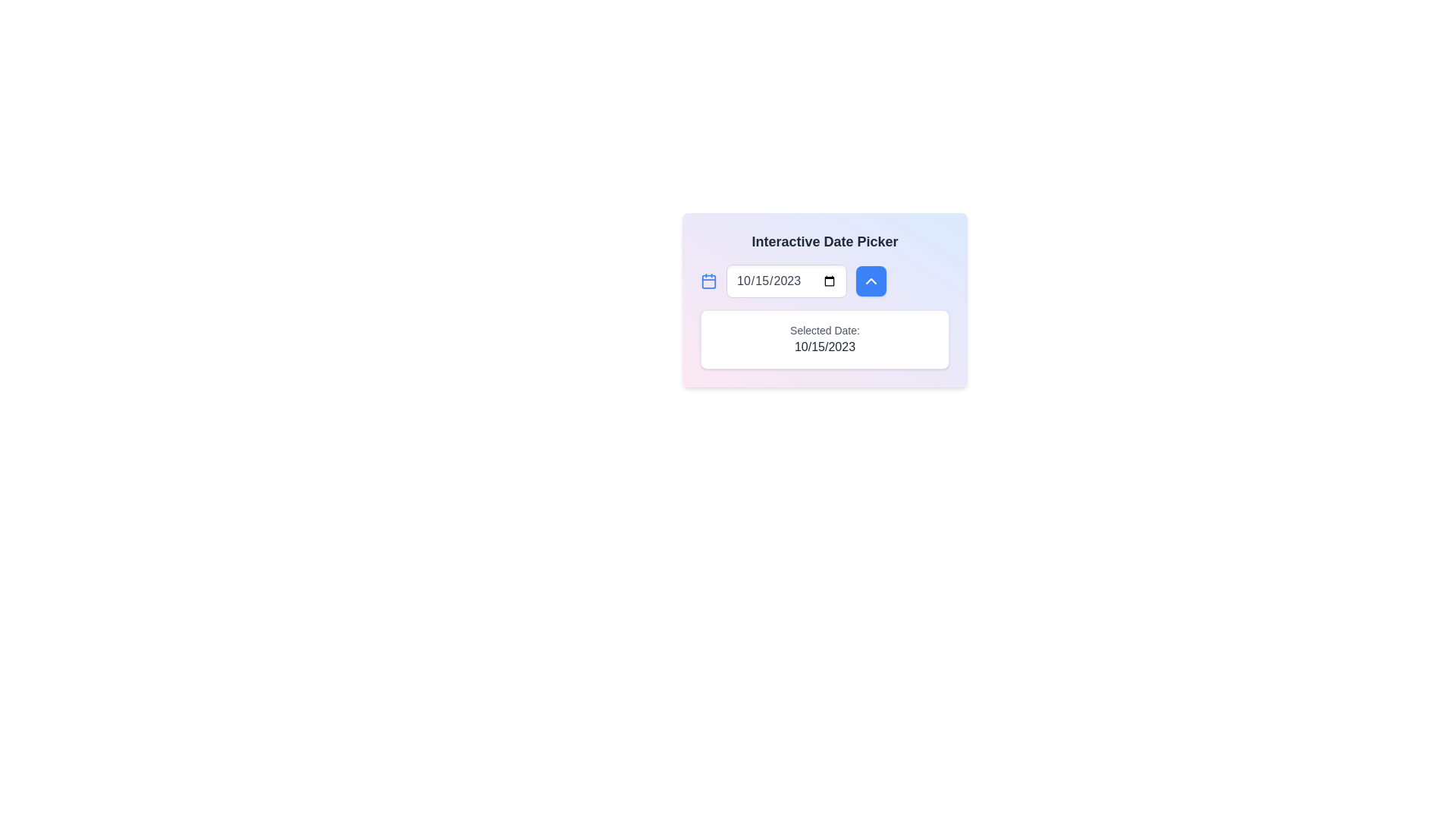 The height and width of the screenshot is (819, 1456). Describe the element at coordinates (871, 281) in the screenshot. I see `the upward navigation icon located within the blue button to the right of the date input box displaying '10/15/2023'` at that location.